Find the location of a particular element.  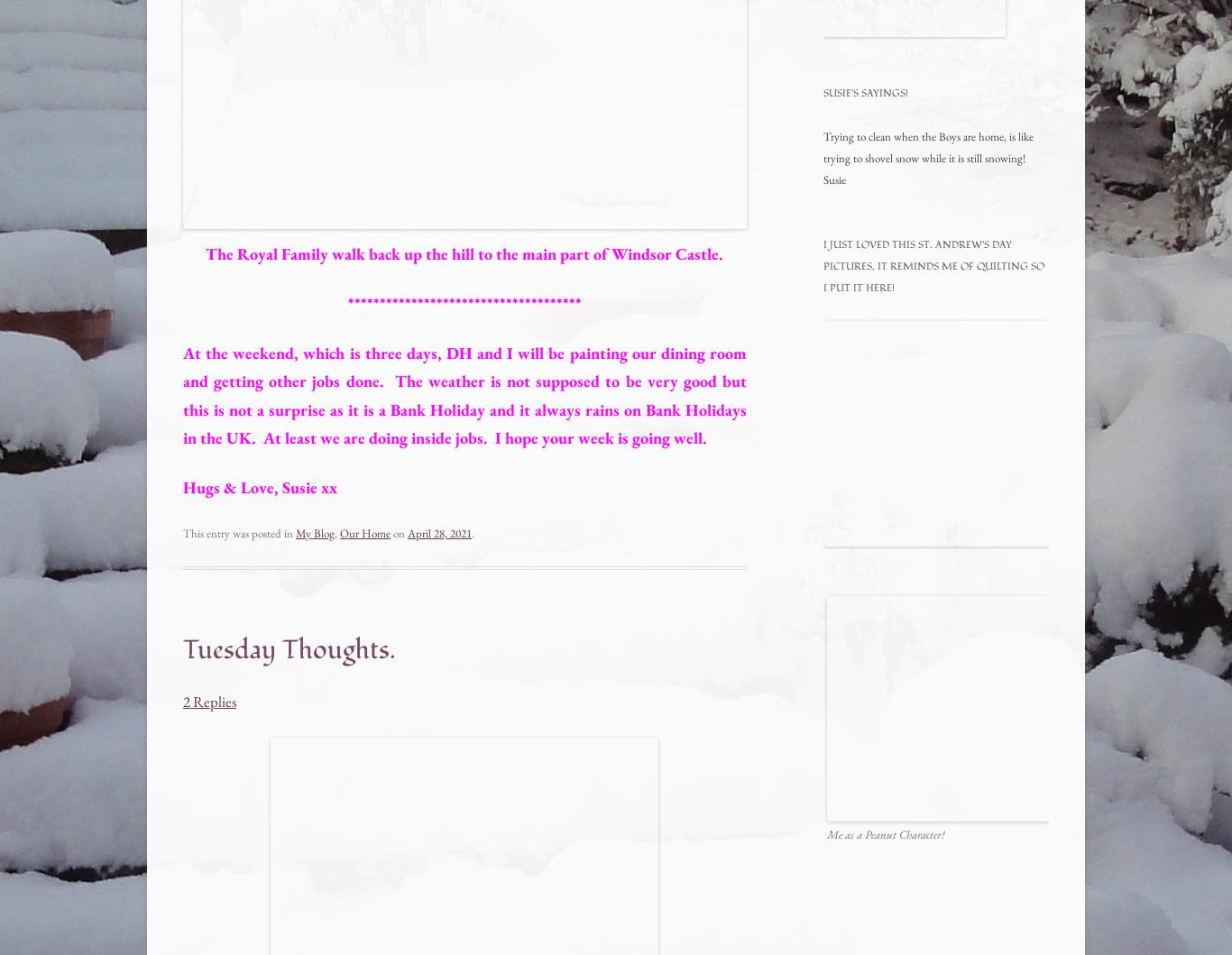

'on' is located at coordinates (398, 532).